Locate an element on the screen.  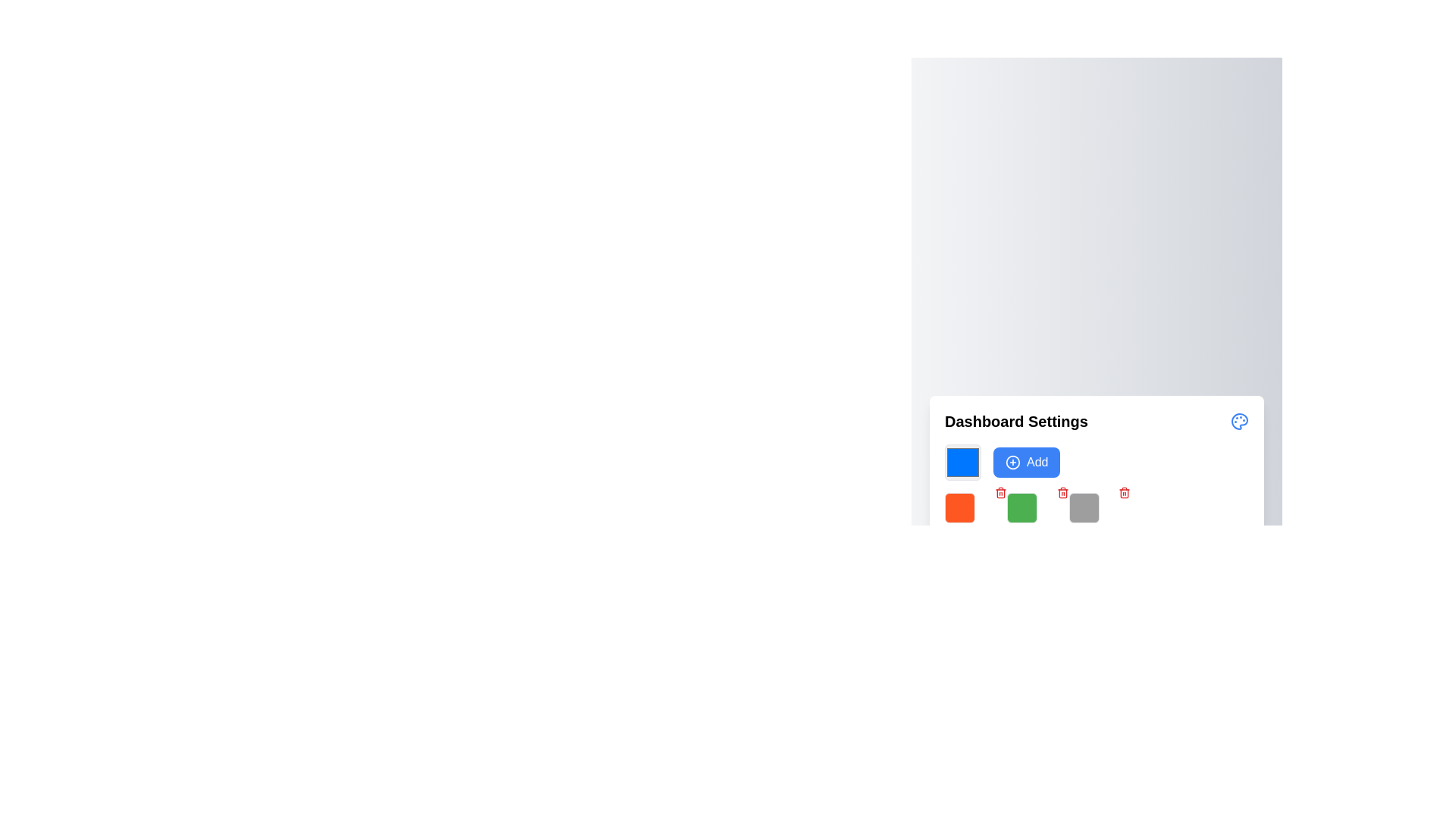
the middle vertical rectangle of the trash bin icon located in the 'Dashboard Settings' section, positioned to the right of the green square is located at coordinates (1062, 494).